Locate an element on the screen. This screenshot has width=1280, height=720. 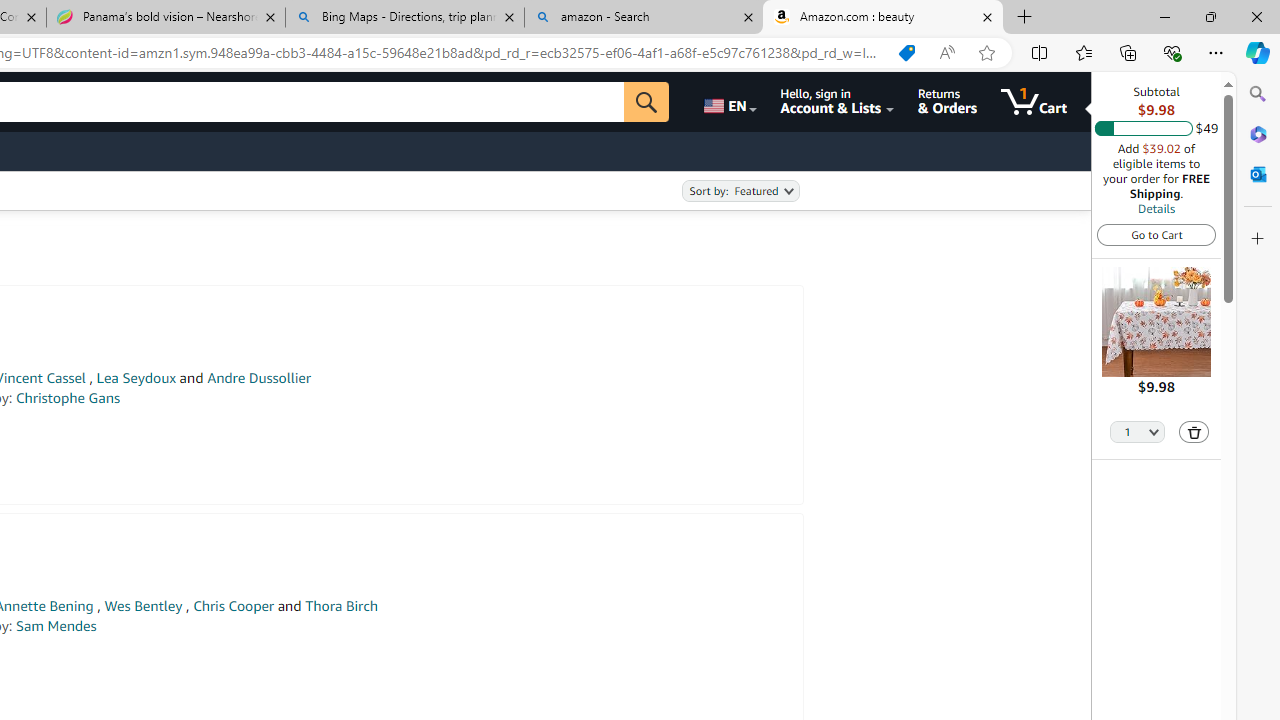
'Returns & Orders' is located at coordinates (946, 101).